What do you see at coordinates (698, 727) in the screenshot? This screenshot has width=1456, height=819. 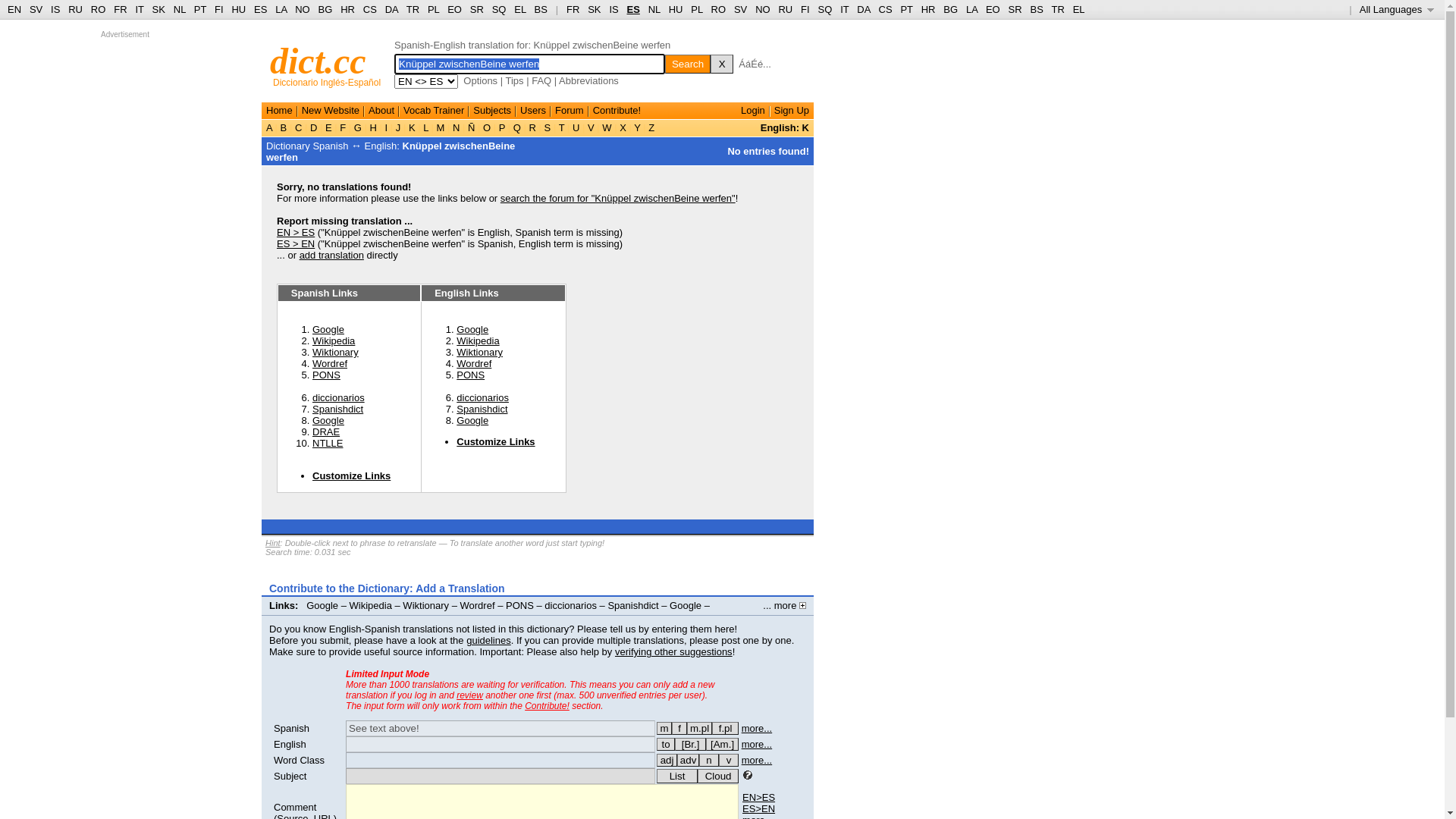 I see `'masculino plural'` at bounding box center [698, 727].